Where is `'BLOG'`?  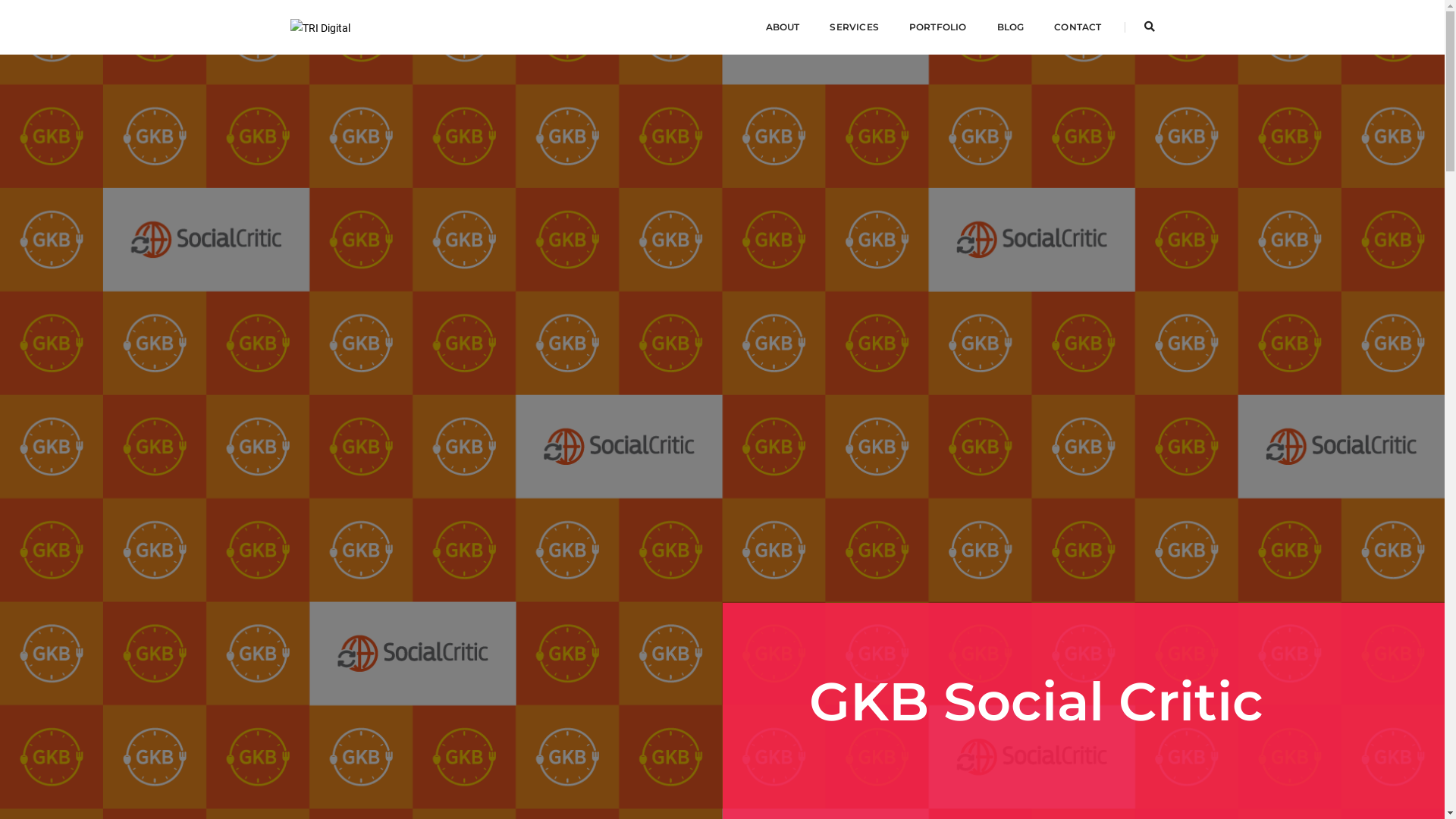 'BLOG' is located at coordinates (996, 27).